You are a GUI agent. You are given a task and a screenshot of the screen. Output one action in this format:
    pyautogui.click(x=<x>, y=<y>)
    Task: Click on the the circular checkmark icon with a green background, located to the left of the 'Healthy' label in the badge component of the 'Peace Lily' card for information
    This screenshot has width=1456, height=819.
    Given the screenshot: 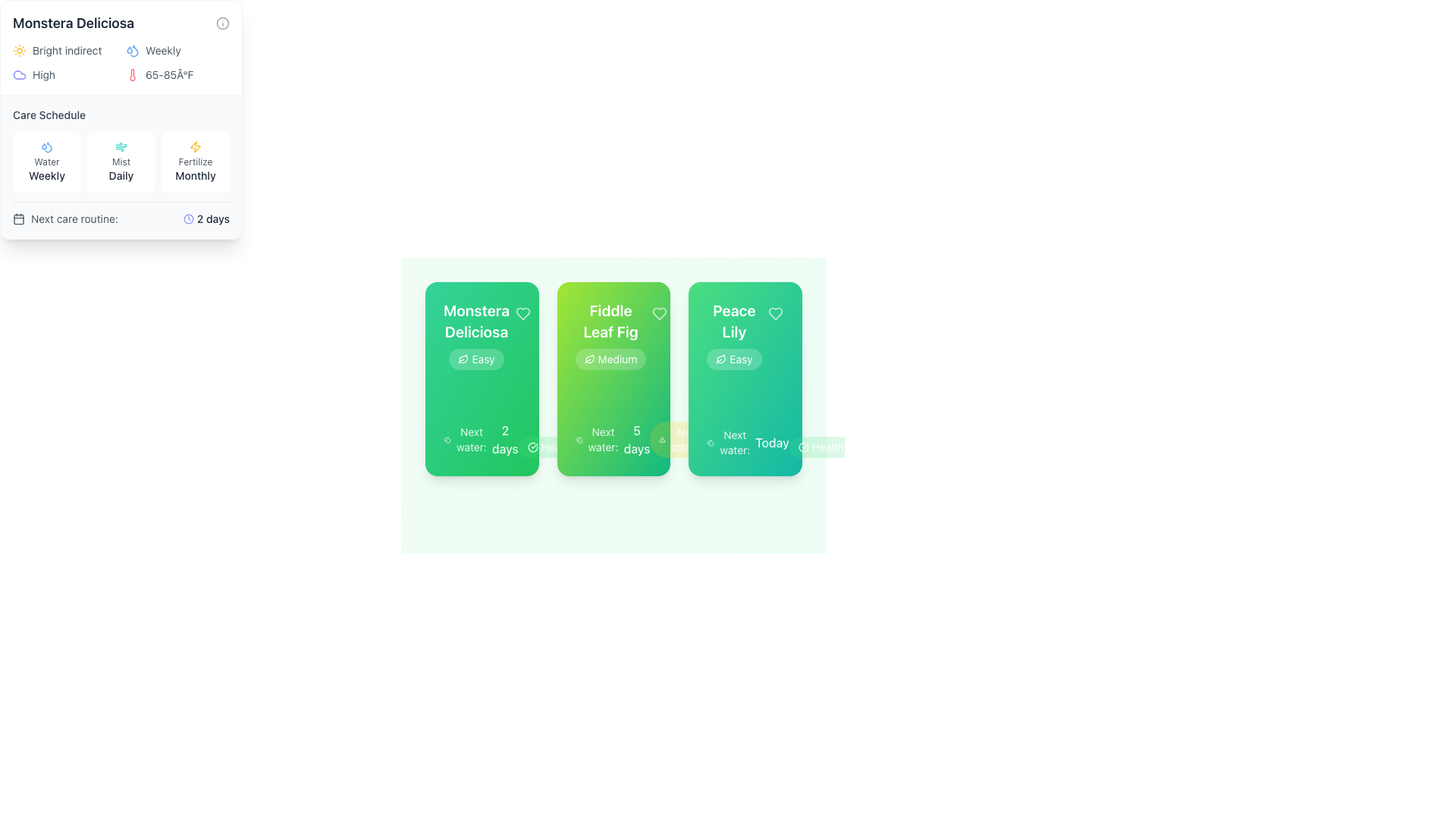 What is the action you would take?
    pyautogui.click(x=802, y=447)
    